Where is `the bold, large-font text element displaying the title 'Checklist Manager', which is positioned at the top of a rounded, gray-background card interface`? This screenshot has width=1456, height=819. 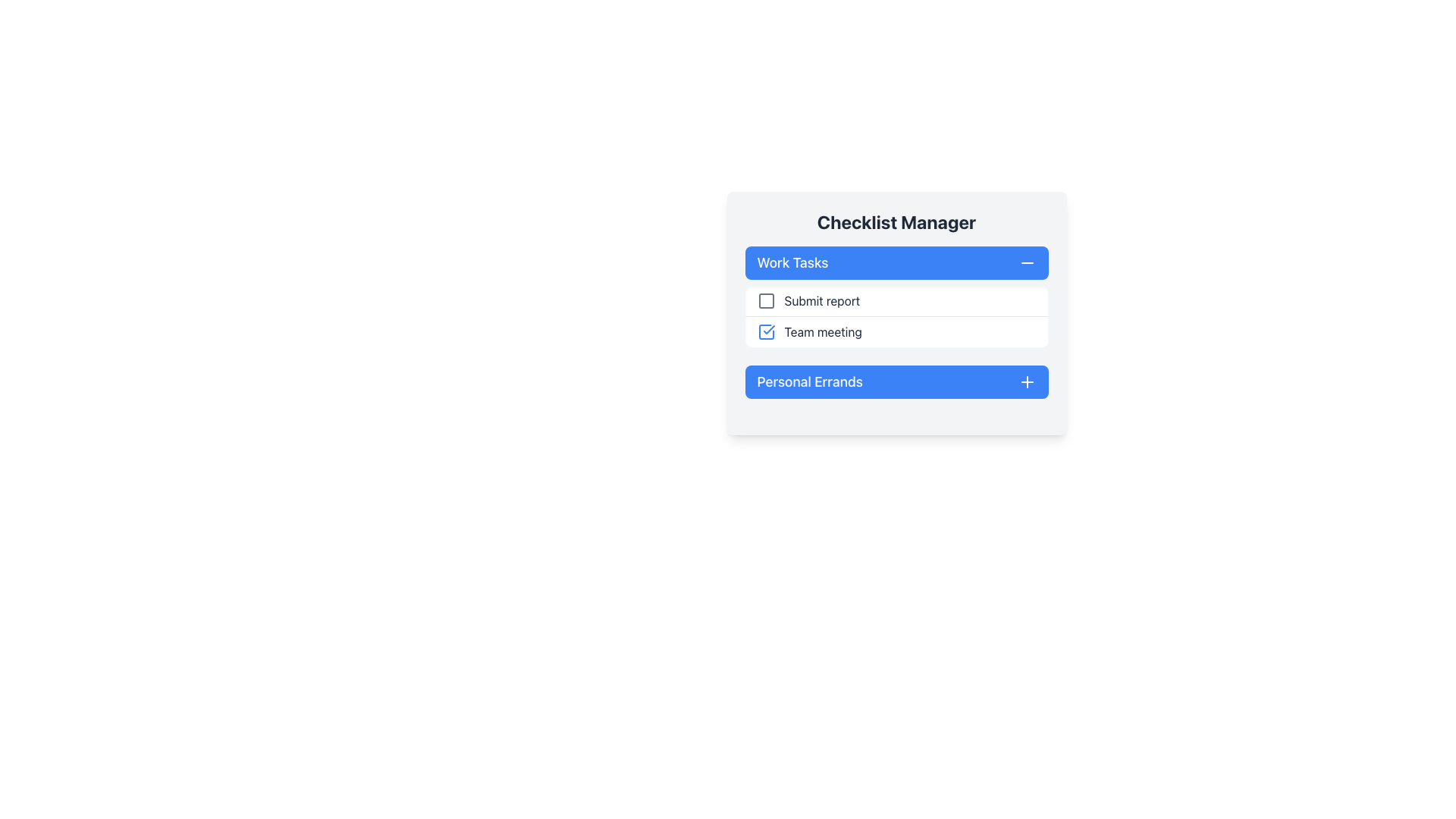 the bold, large-font text element displaying the title 'Checklist Manager', which is positioned at the top of a rounded, gray-background card interface is located at coordinates (896, 222).